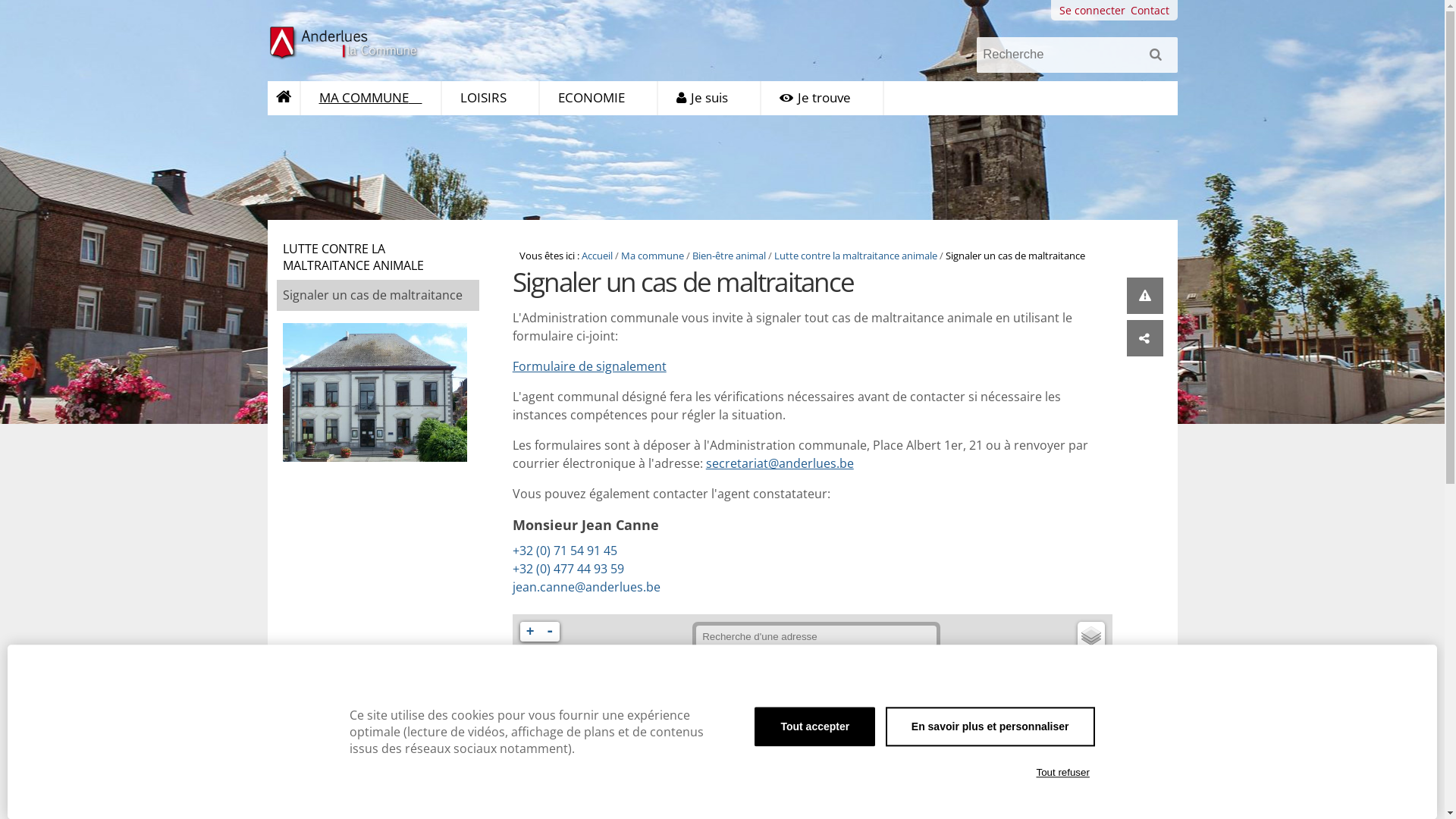  Describe the element at coordinates (1062, 772) in the screenshot. I see `'Tout refuser'` at that location.